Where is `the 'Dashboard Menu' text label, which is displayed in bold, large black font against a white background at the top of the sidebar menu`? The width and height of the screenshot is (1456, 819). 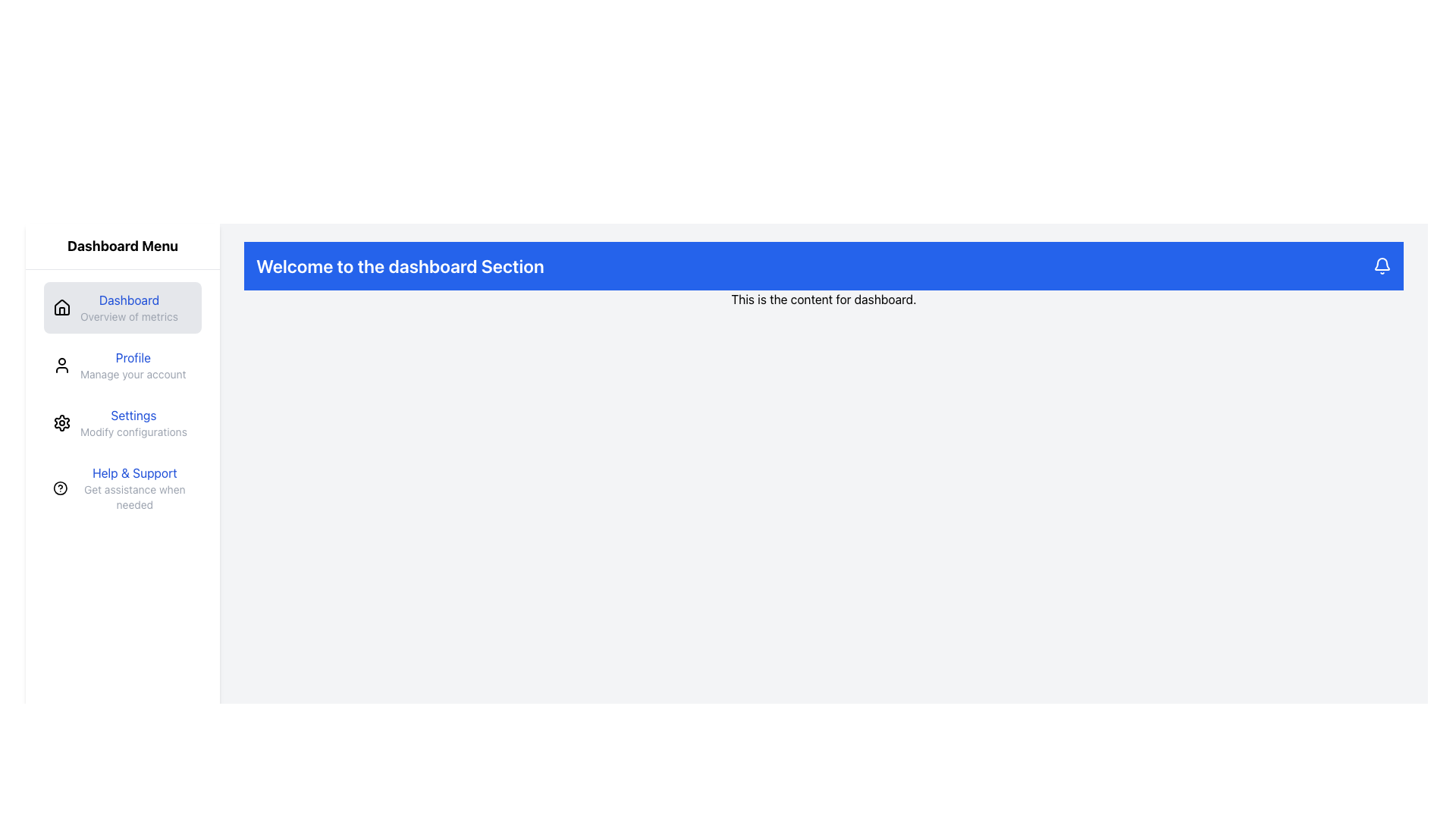
the 'Dashboard Menu' text label, which is displayed in bold, large black font against a white background at the top of the sidebar menu is located at coordinates (123, 246).